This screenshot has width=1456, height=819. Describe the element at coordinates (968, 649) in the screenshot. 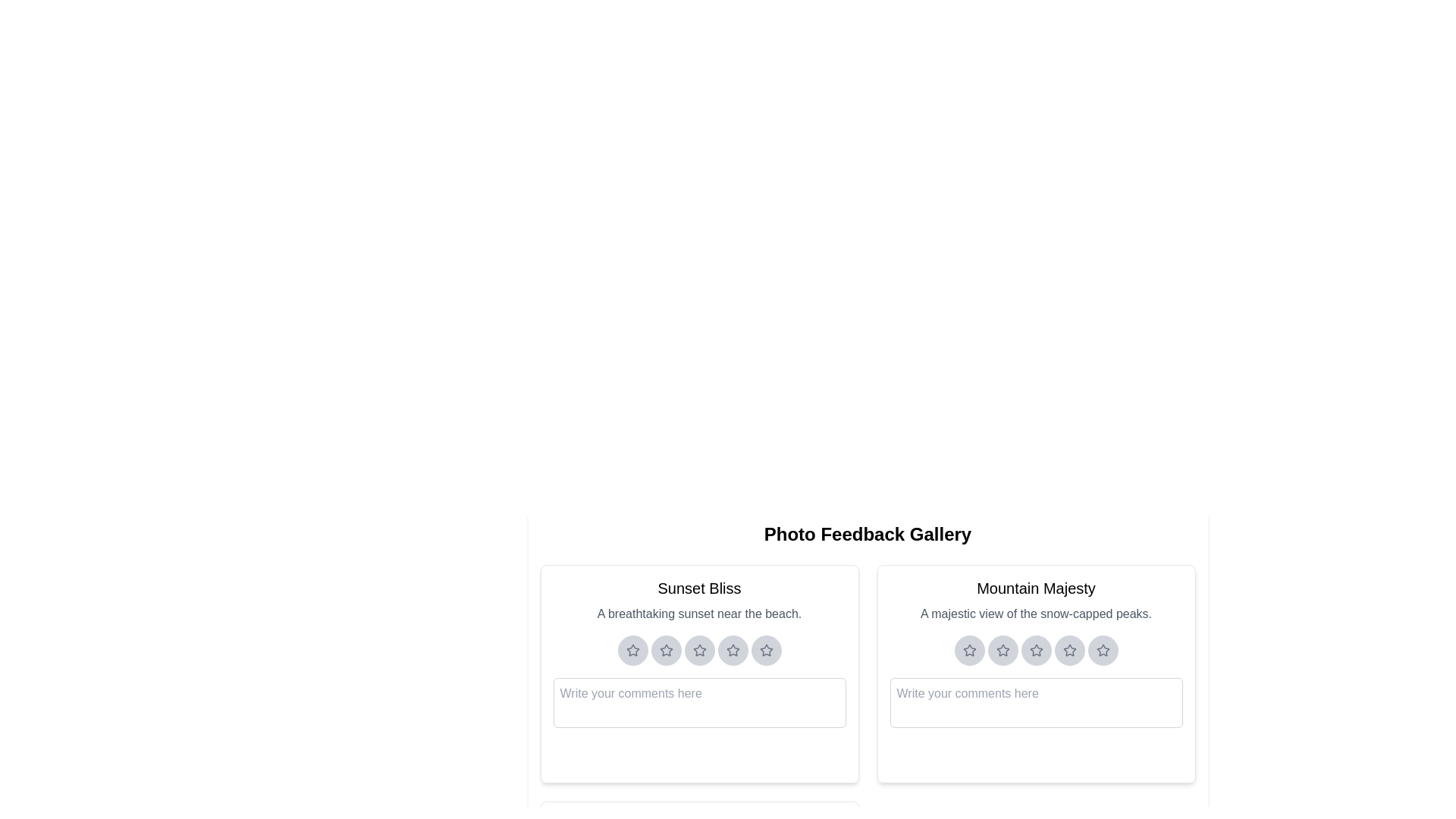

I see `the first star icon for rating in the 'Mountain Majesty' card` at that location.